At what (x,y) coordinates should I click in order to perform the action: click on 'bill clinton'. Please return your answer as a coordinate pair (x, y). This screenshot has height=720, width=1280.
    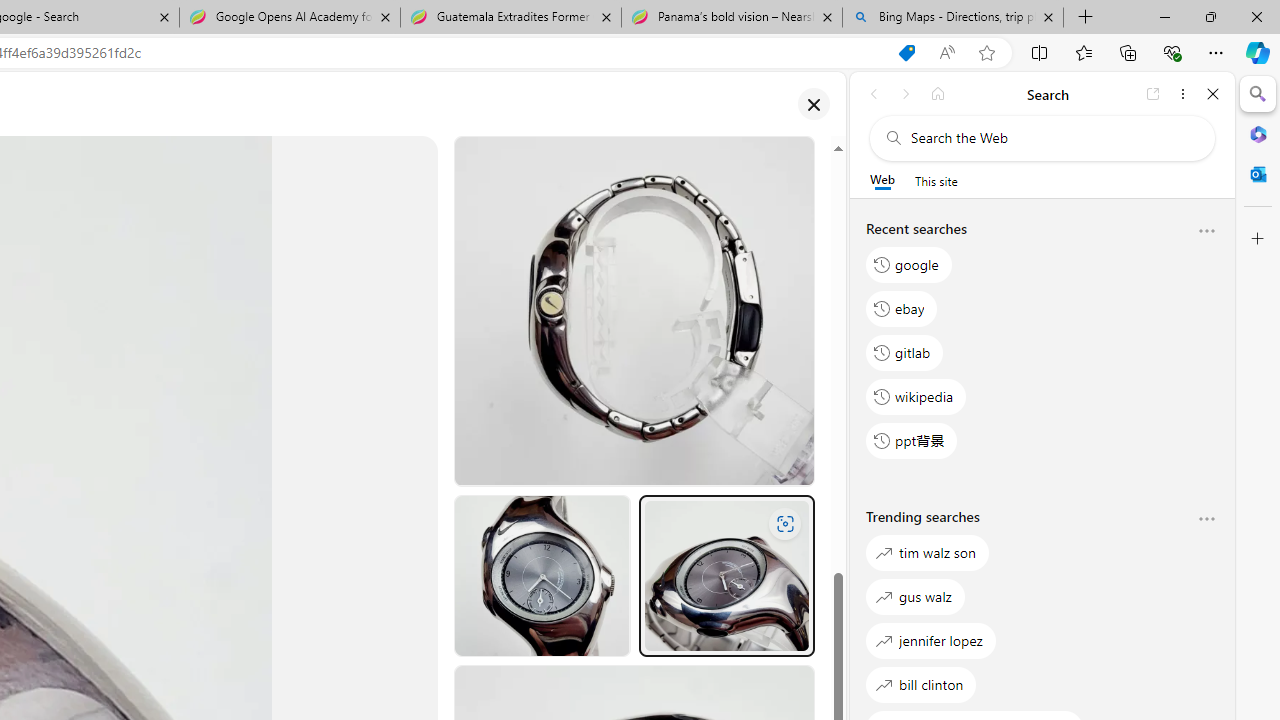
    Looking at the image, I should click on (920, 683).